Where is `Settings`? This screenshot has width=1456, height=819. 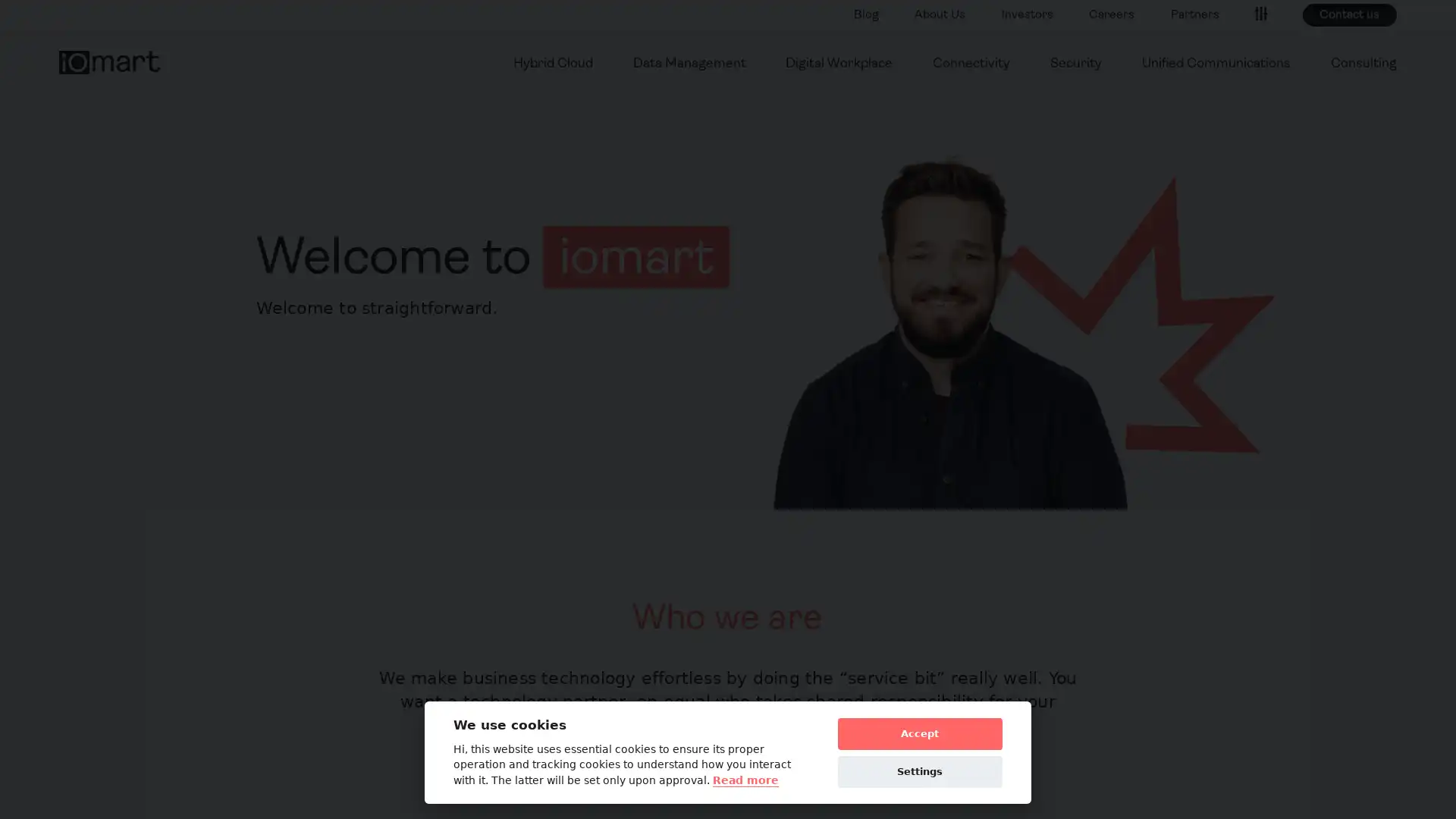
Settings is located at coordinates (918, 771).